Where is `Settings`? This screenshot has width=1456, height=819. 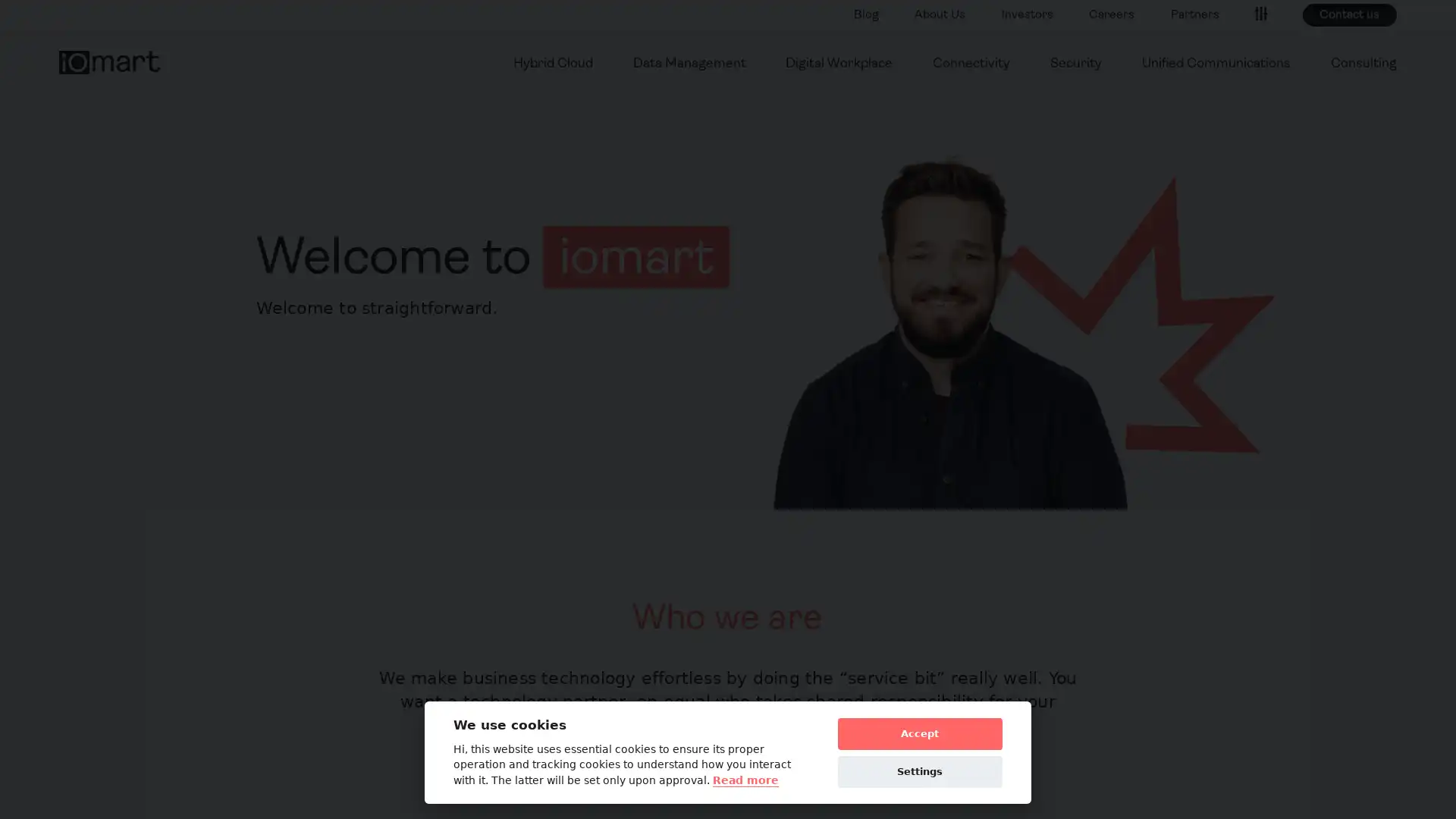
Settings is located at coordinates (918, 771).